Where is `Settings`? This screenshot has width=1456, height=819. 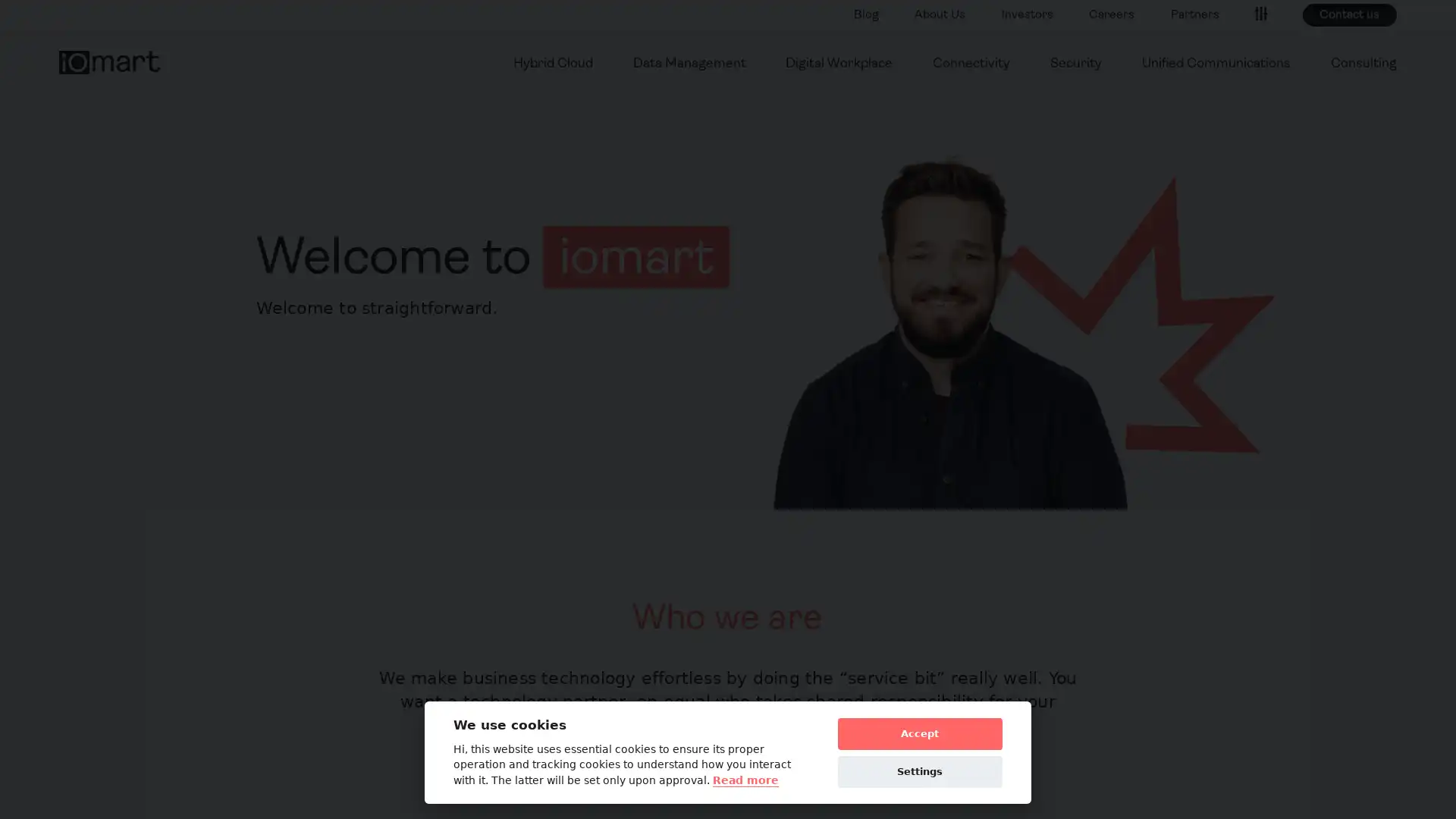
Settings is located at coordinates (918, 771).